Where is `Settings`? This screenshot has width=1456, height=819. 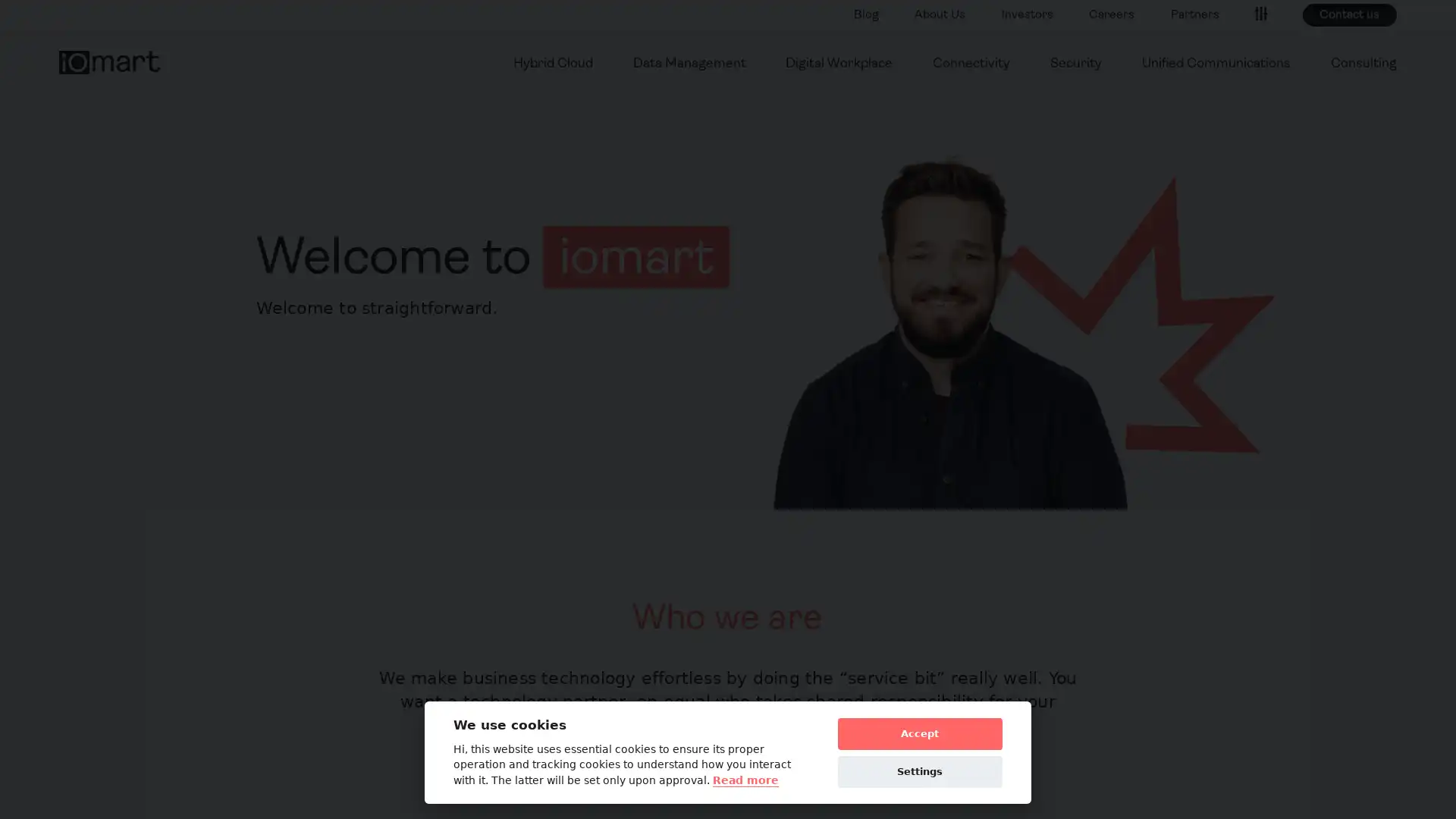
Settings is located at coordinates (918, 771).